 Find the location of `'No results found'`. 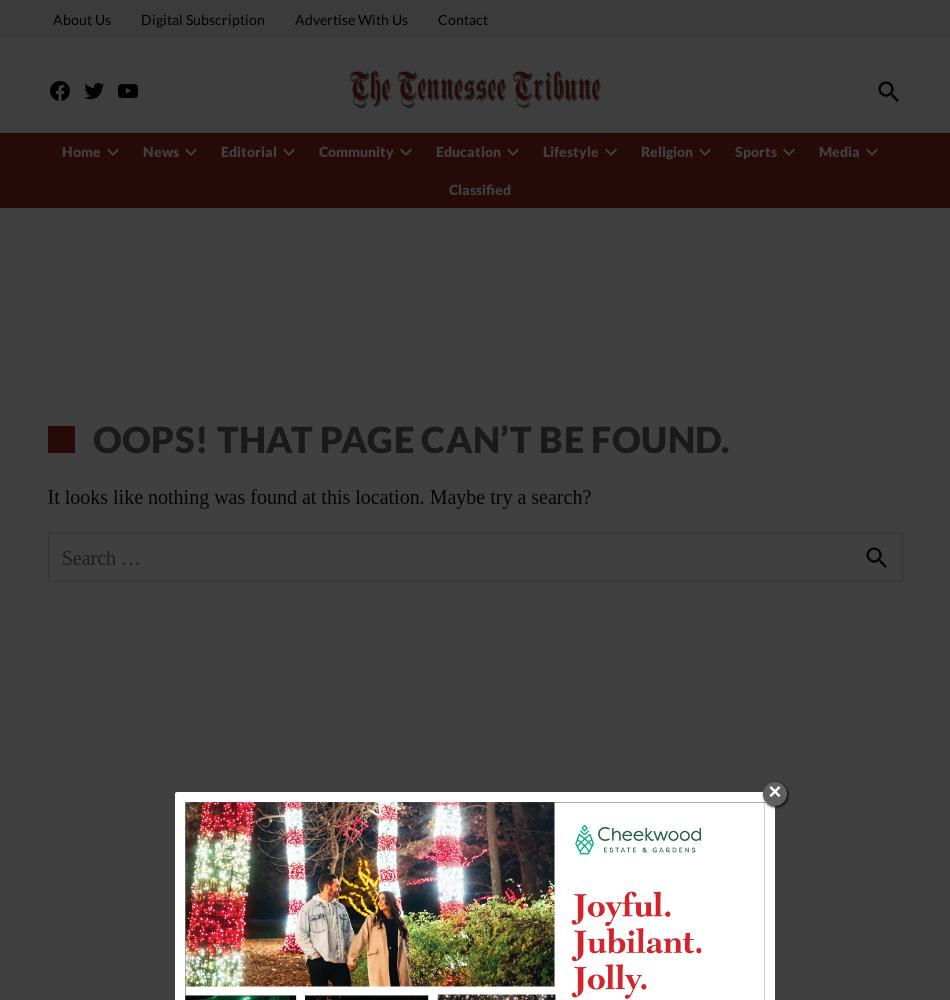

'No results found' is located at coordinates (147, 186).